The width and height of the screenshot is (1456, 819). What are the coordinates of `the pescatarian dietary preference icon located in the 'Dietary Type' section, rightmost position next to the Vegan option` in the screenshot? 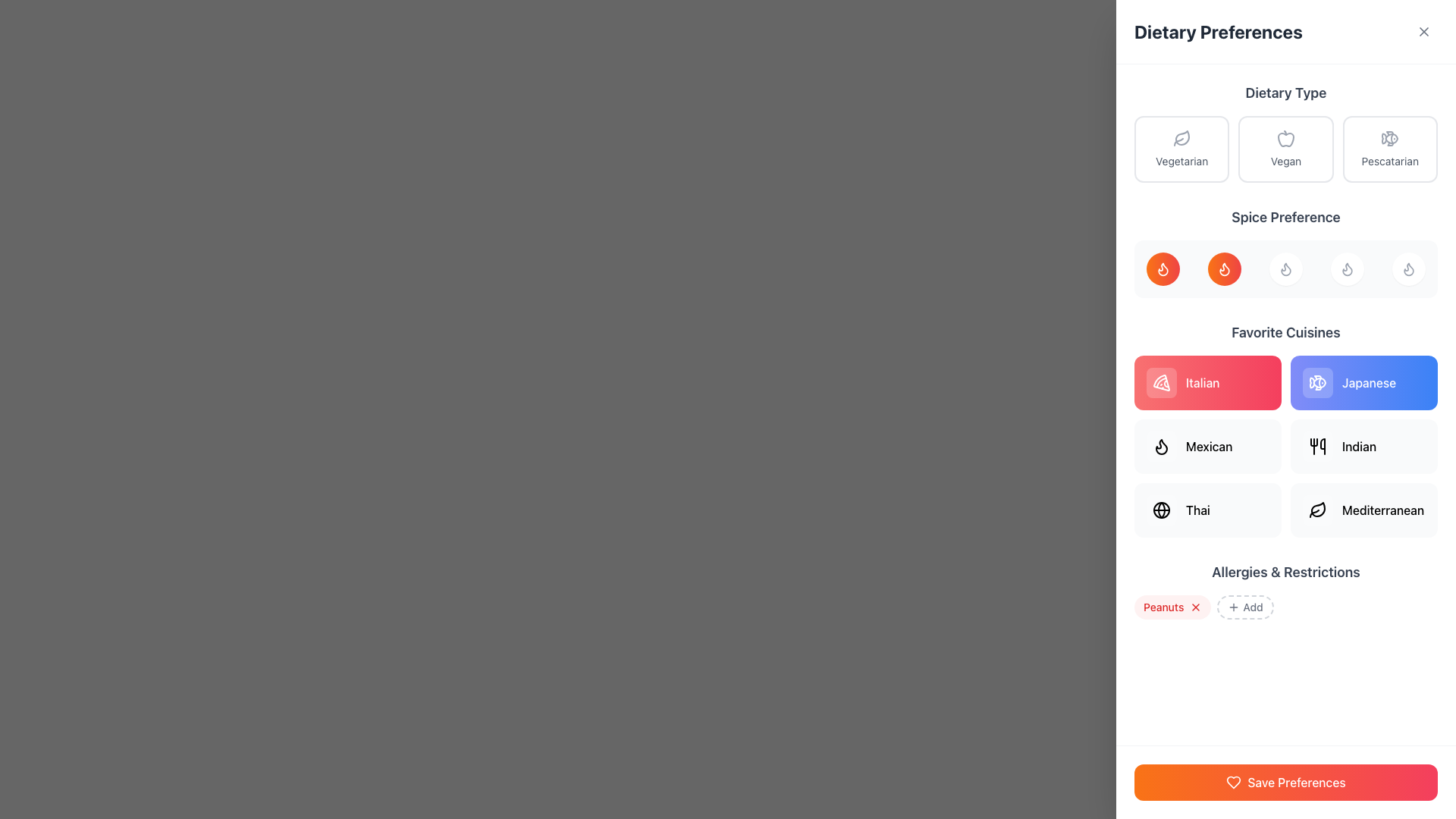 It's located at (1390, 138).